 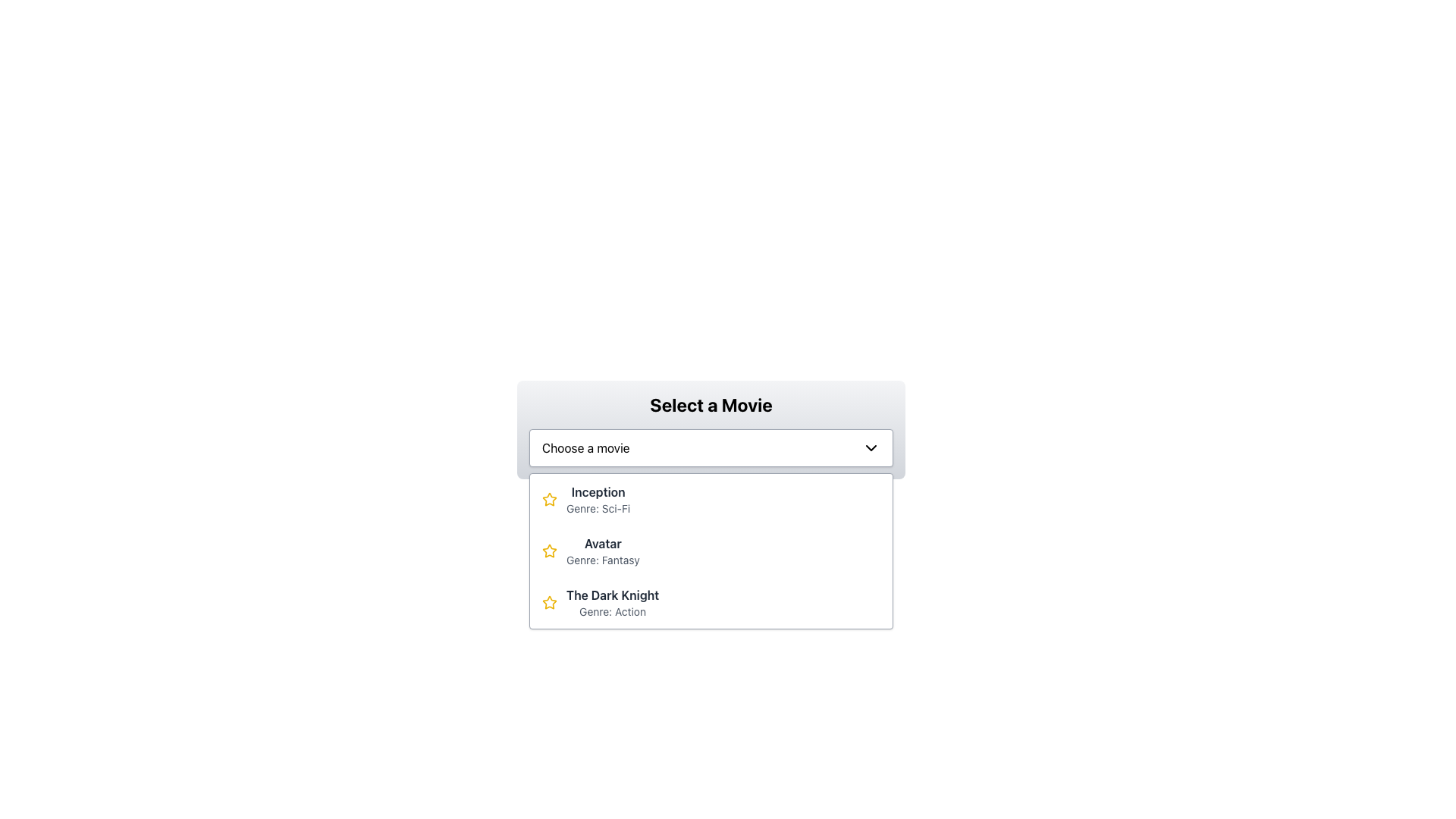 I want to click on the dropdown list item displaying the movie title 'Inception', so click(x=710, y=500).